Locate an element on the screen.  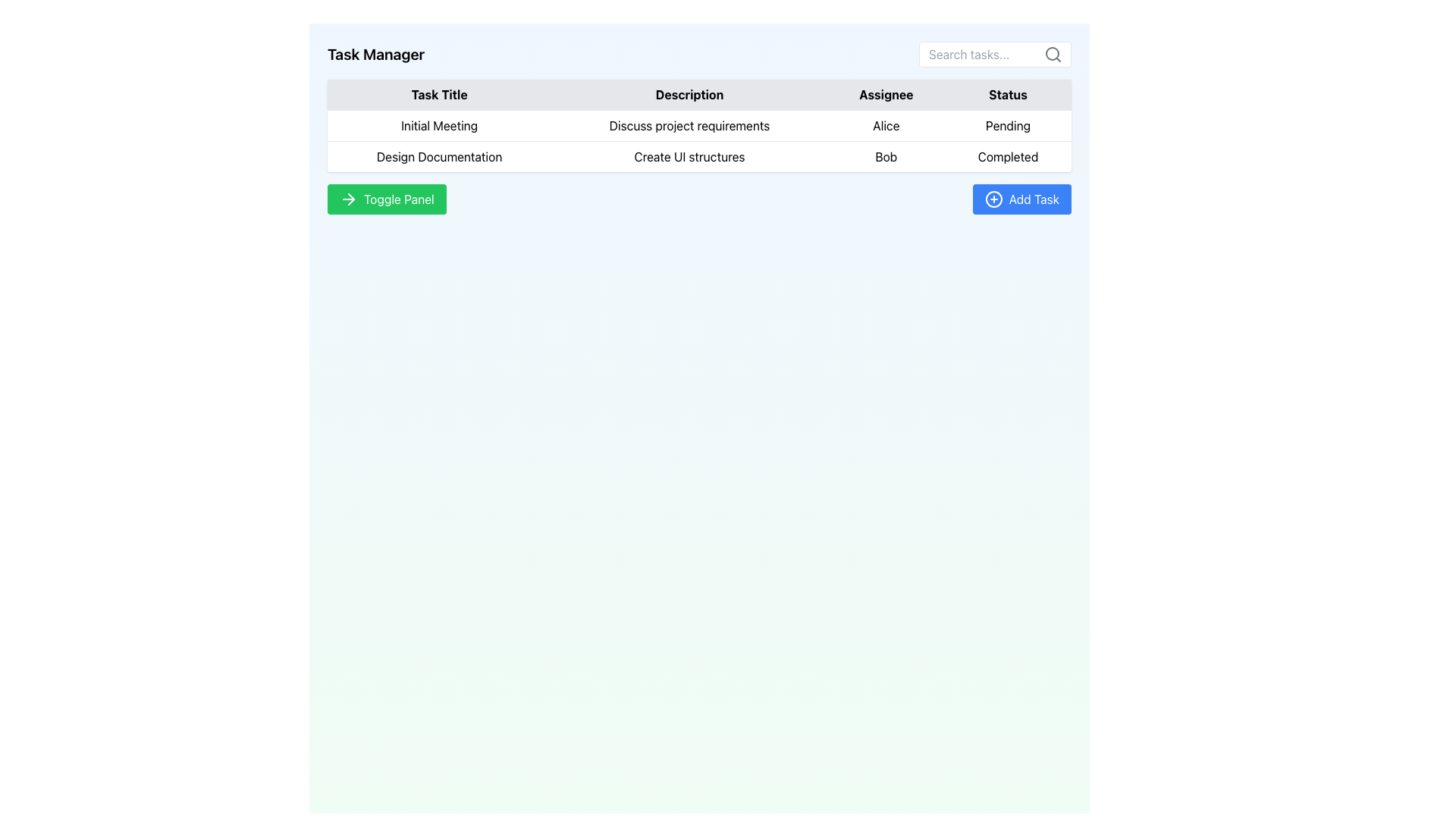
the 'Add Task' button located at the top-right area of the interface is located at coordinates (1021, 198).